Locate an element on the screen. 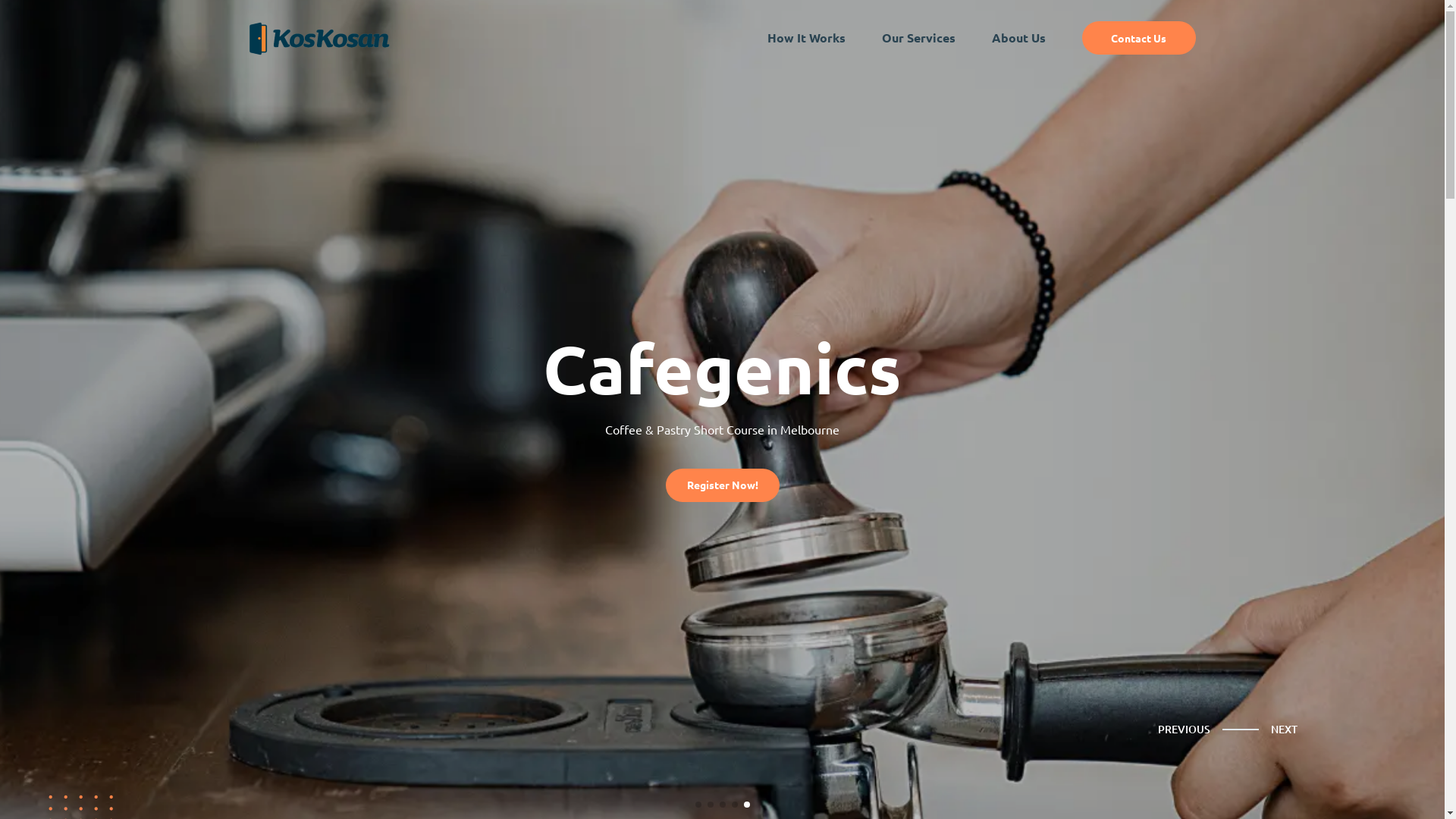 Image resolution: width=1456 pixels, height=819 pixels. 'Register Now!' is located at coordinates (722, 482).